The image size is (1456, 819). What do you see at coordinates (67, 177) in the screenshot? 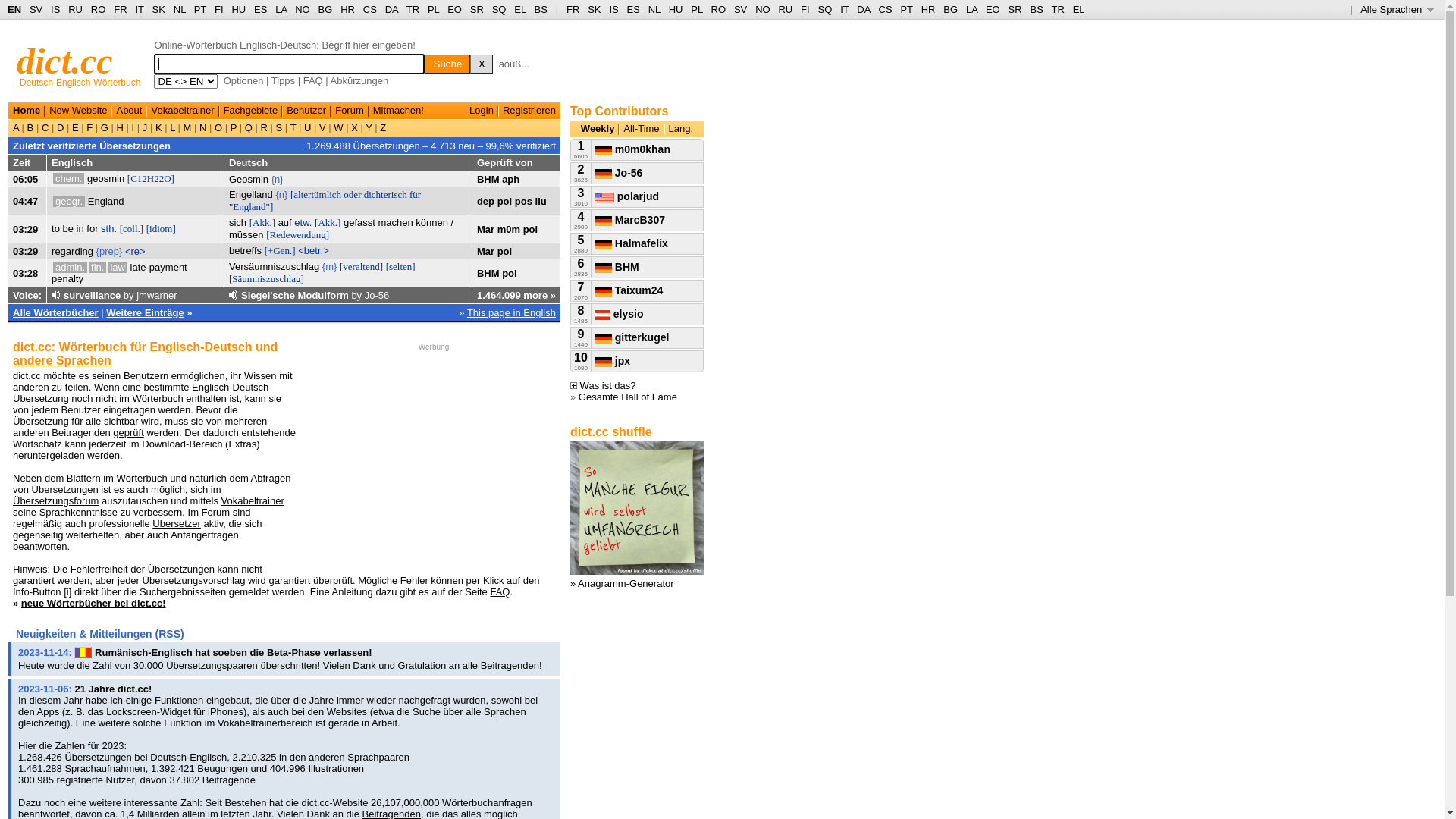
I see `'chem.'` at bounding box center [67, 177].